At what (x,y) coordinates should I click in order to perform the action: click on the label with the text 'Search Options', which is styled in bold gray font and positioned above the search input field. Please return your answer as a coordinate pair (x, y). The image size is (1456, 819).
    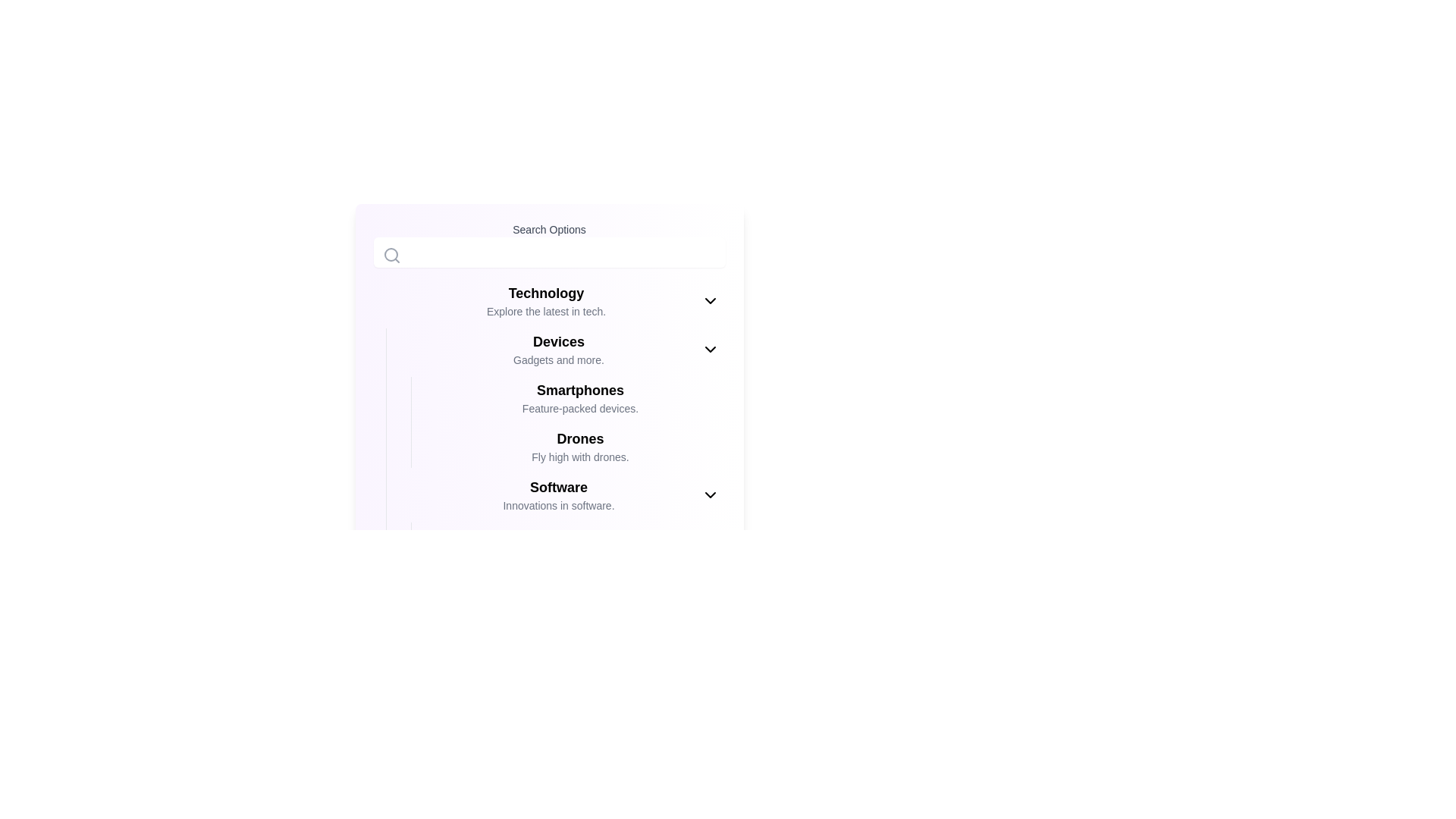
    Looking at the image, I should click on (548, 230).